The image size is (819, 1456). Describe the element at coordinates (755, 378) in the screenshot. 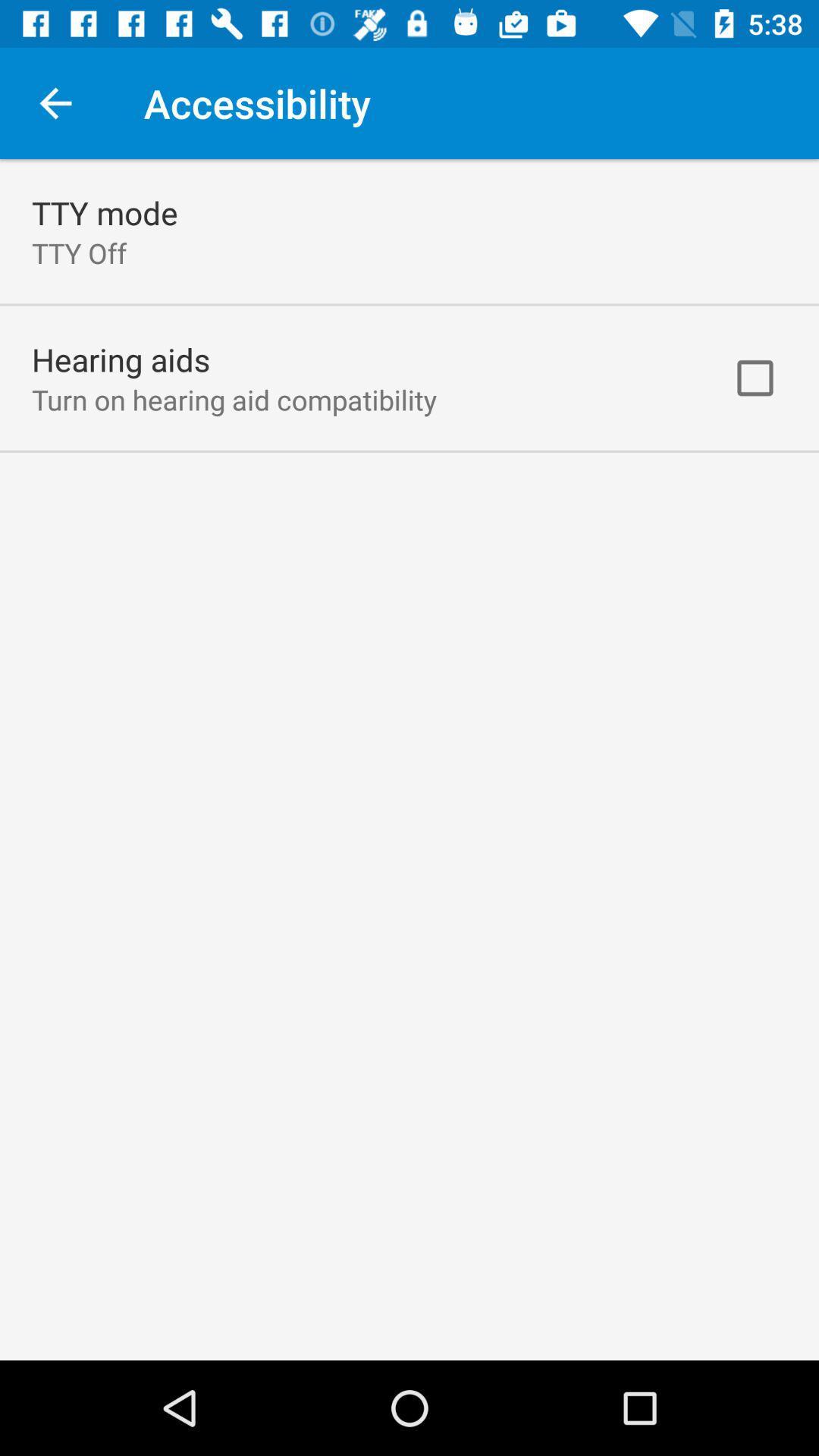

I see `app to the right of turn on hearing icon` at that location.